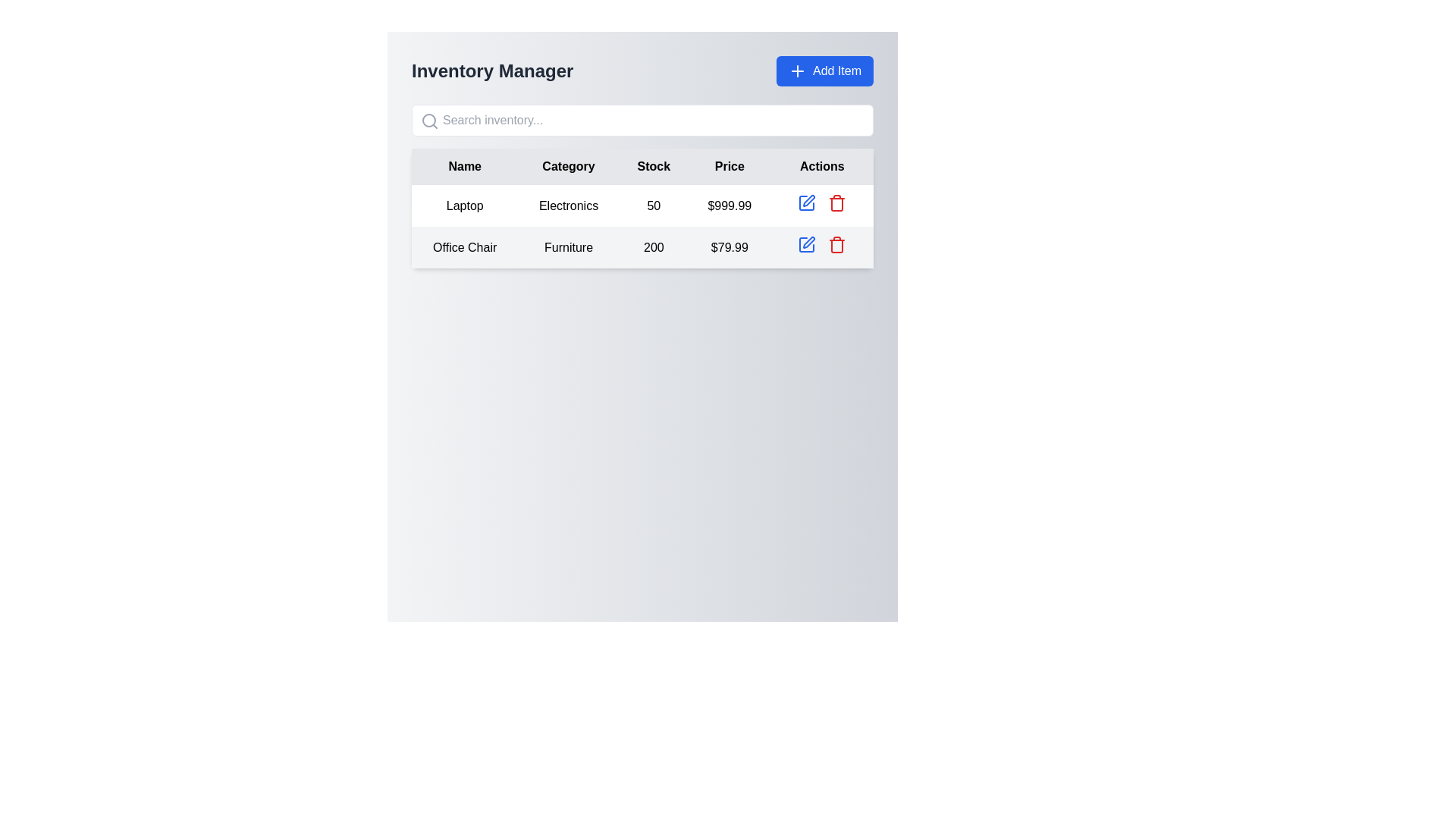 The height and width of the screenshot is (819, 1456). I want to click on the gray magnifying glass icon located on the left side of the search input box labeled 'Search inventory...', so click(428, 120).